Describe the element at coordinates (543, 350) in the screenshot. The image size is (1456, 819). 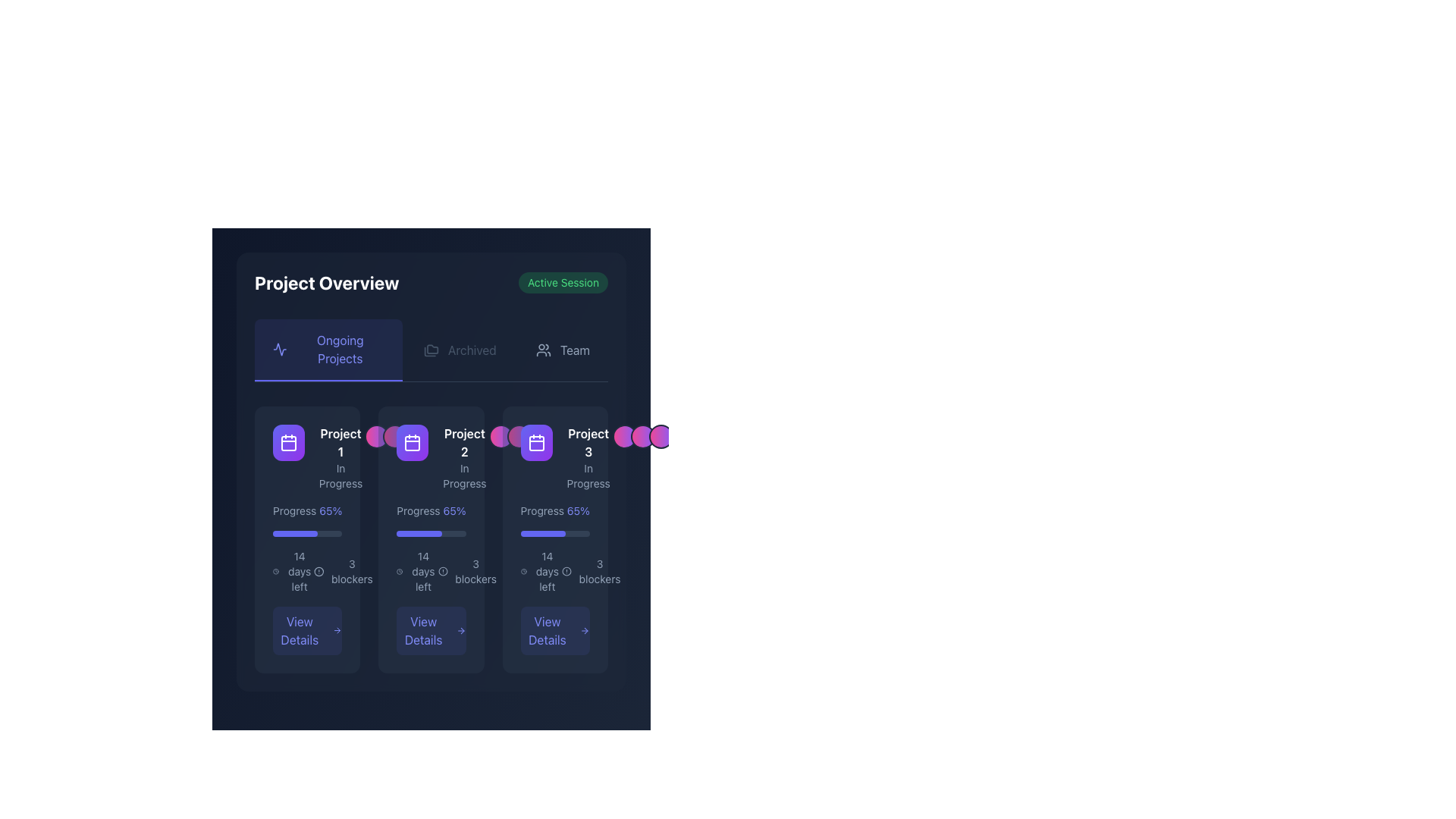
I see `the small icon representing a group of people within the 'Team' navigation button` at that location.